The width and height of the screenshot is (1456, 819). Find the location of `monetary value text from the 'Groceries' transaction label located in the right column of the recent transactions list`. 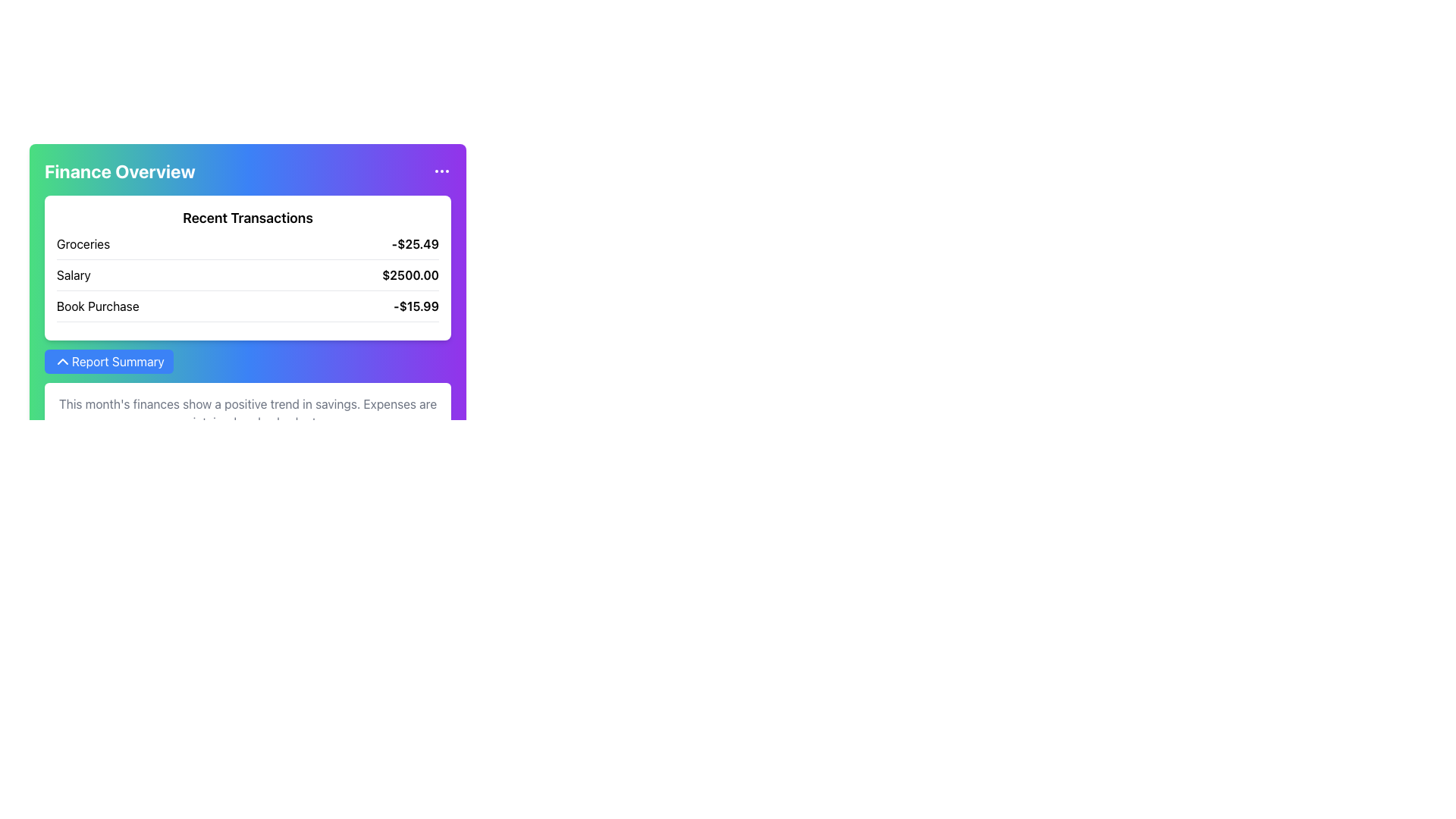

monetary value text from the 'Groceries' transaction label located in the right column of the recent transactions list is located at coordinates (415, 243).